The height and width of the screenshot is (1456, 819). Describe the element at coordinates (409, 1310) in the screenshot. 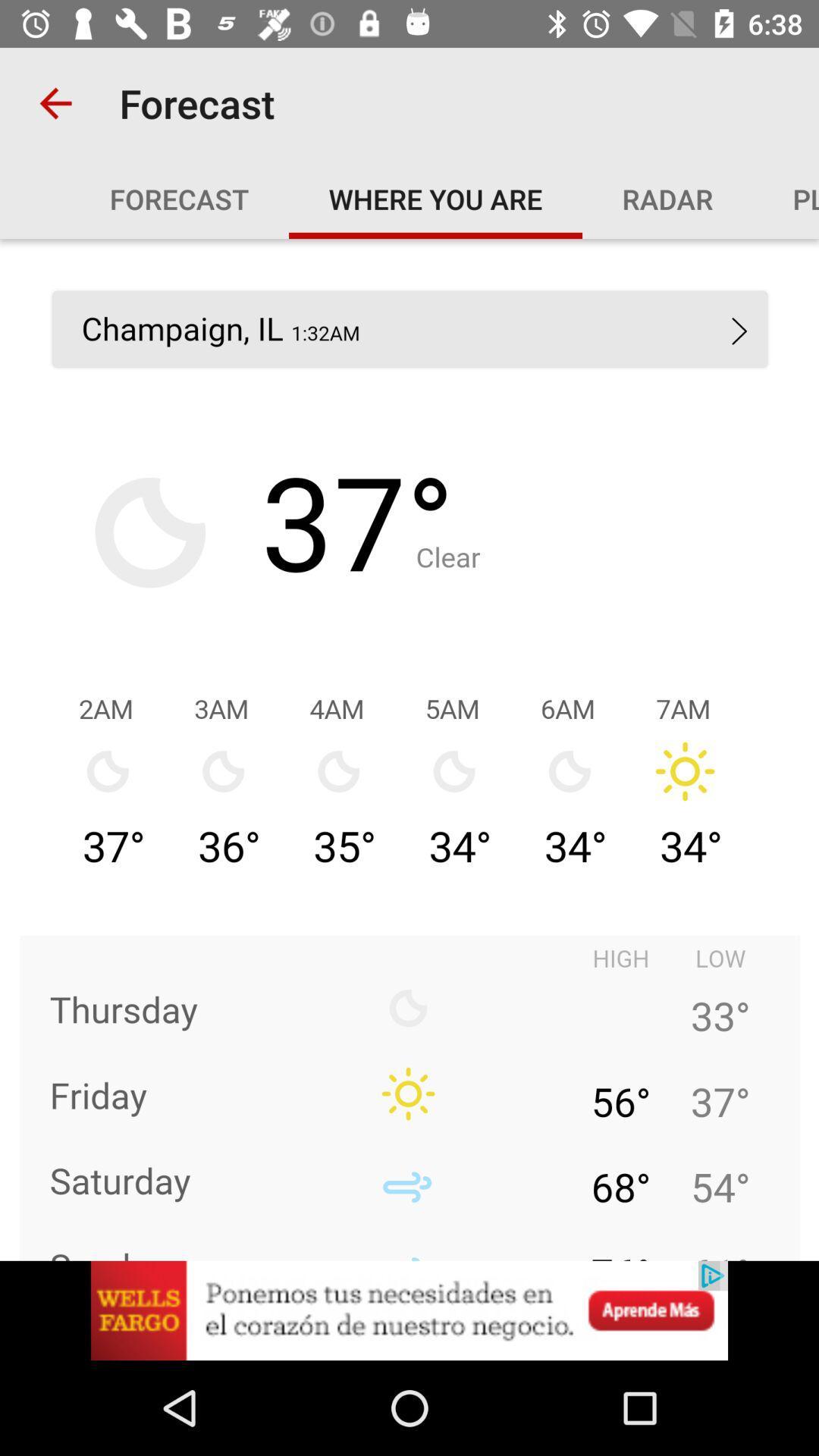

I see `advertisement page` at that location.